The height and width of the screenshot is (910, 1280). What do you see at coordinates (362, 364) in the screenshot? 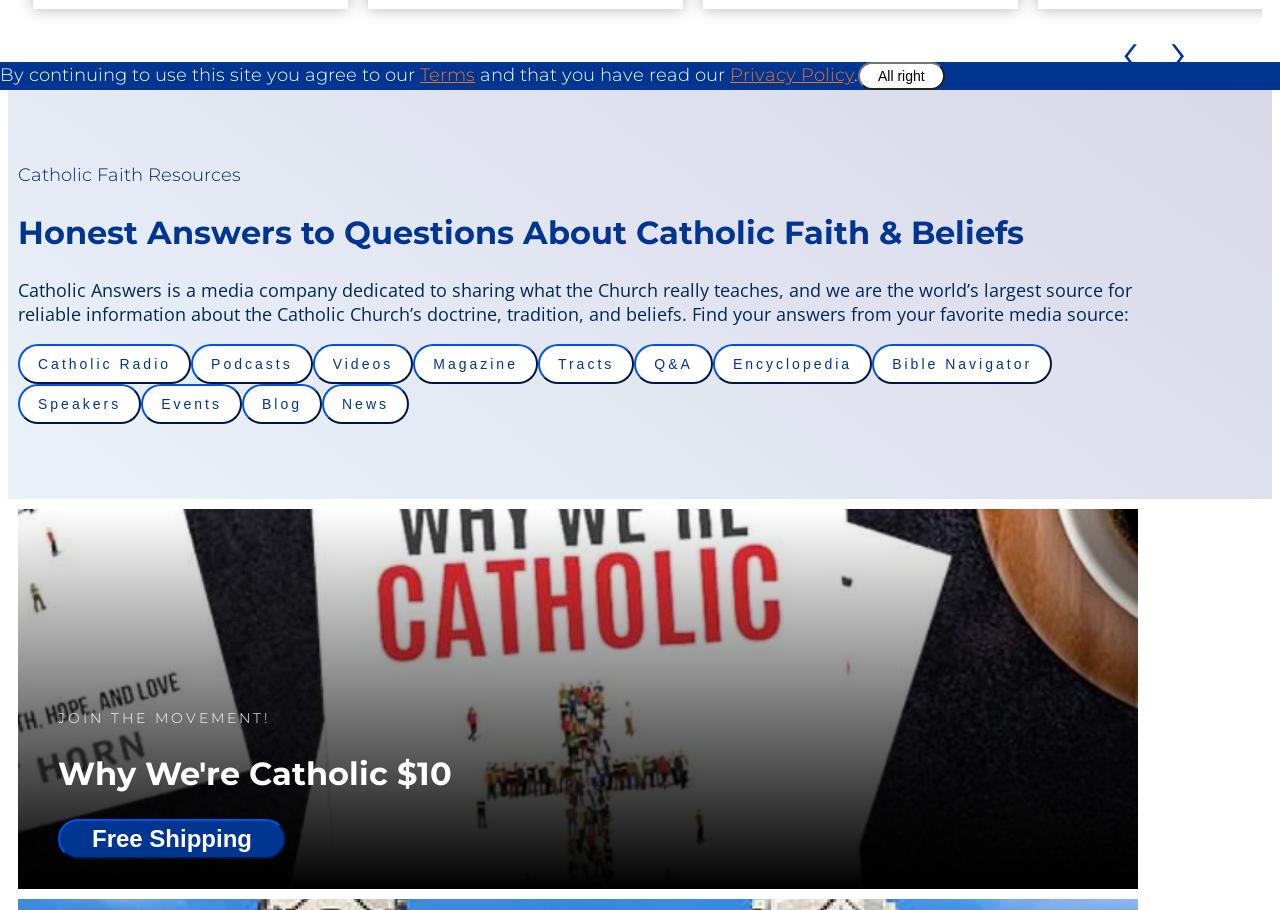
I see `'Videos'` at bounding box center [362, 364].